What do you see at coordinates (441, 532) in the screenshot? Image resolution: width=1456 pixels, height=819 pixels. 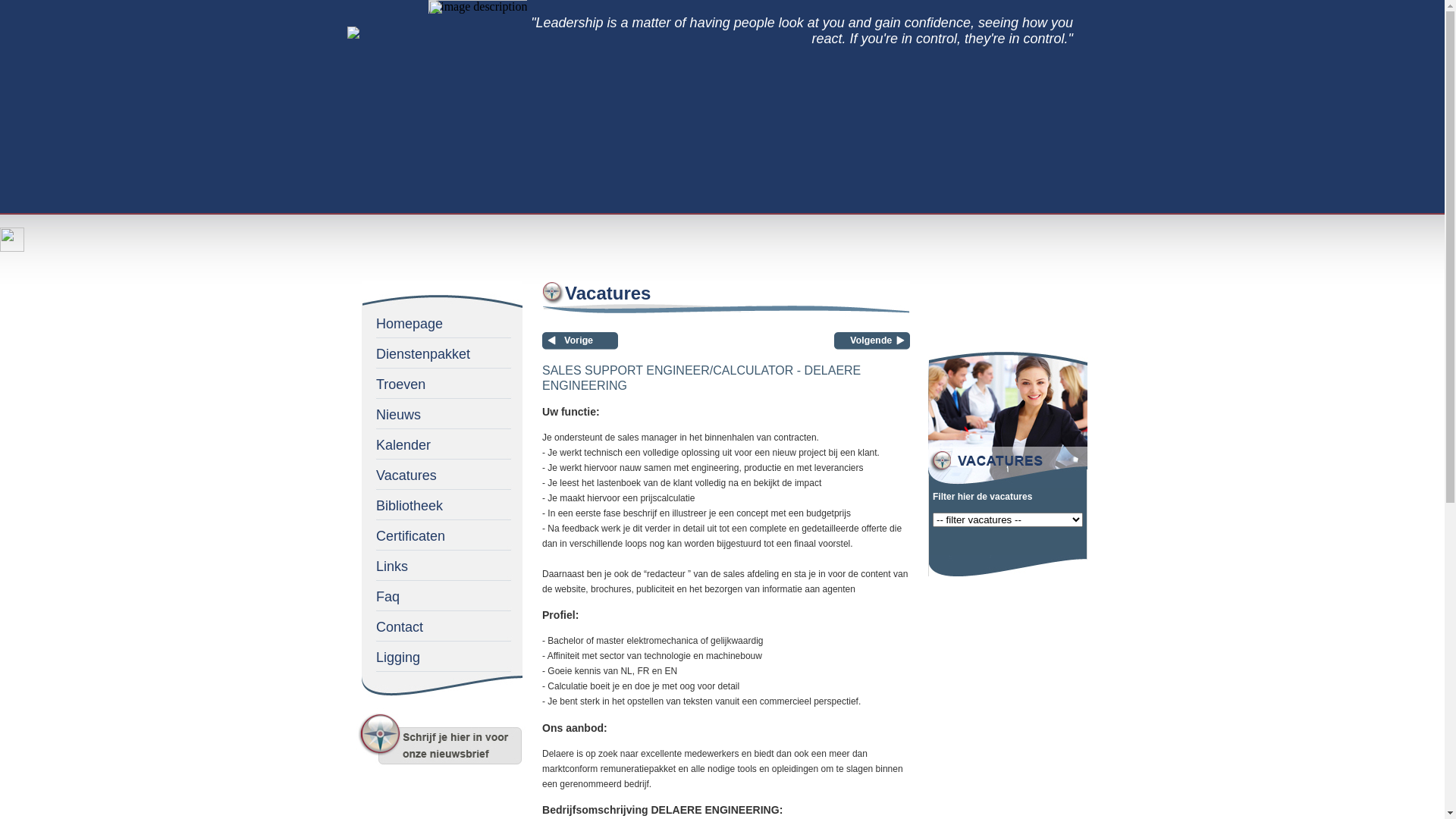 I see `'Certificaten'` at bounding box center [441, 532].